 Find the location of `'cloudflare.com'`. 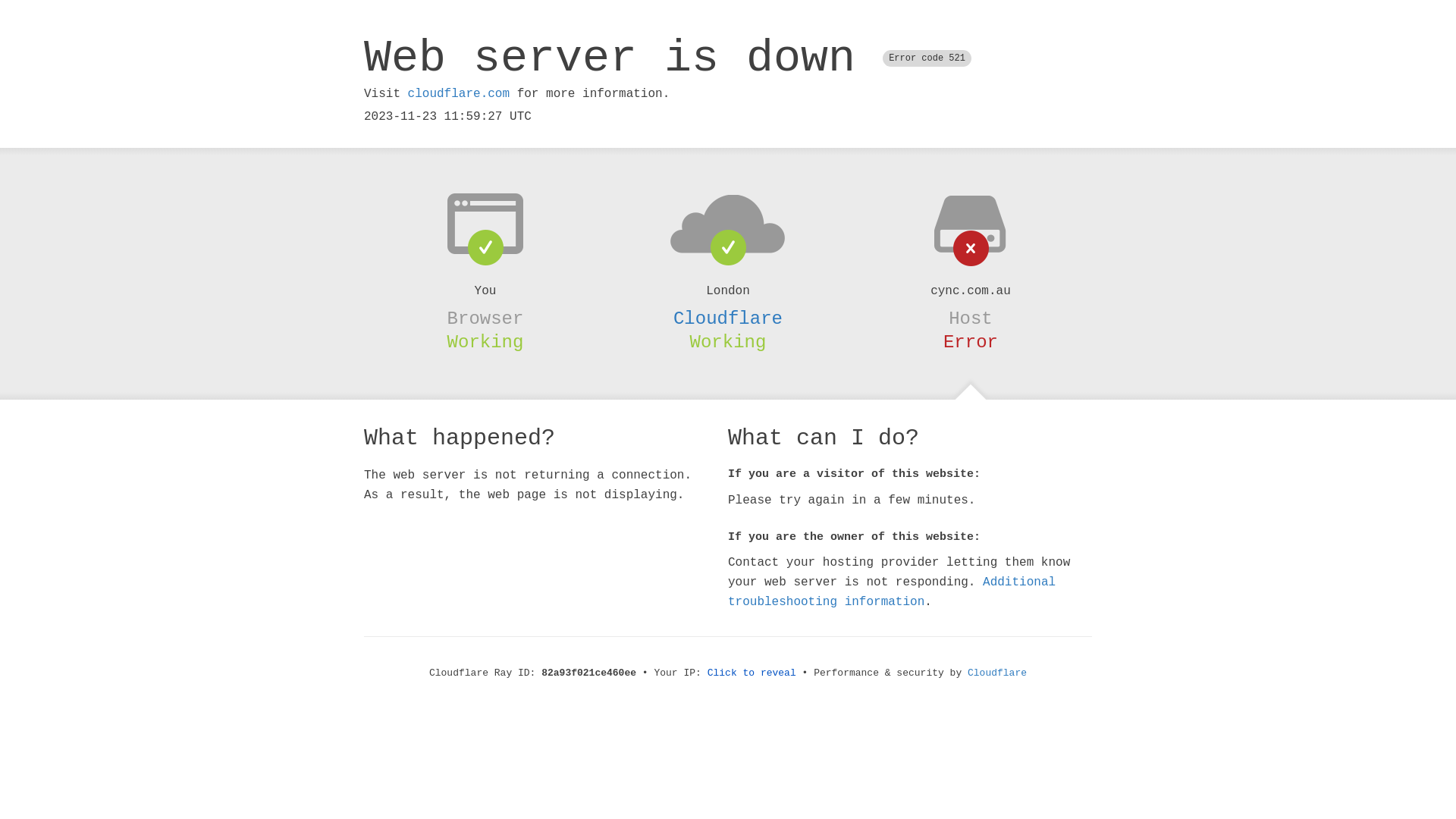

'cloudflare.com' is located at coordinates (457, 93).